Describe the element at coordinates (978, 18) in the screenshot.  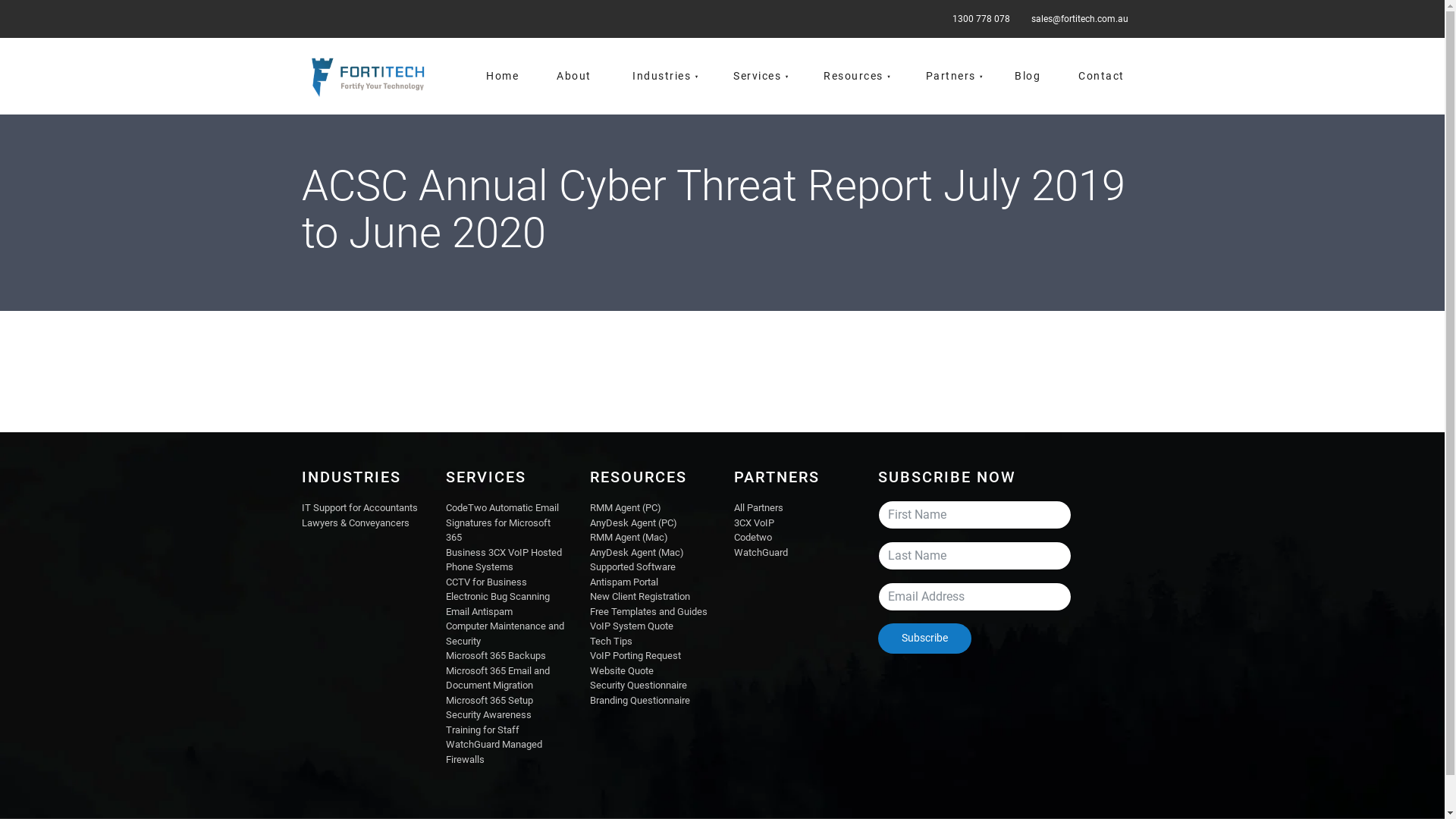
I see `'1300 778 078'` at that location.